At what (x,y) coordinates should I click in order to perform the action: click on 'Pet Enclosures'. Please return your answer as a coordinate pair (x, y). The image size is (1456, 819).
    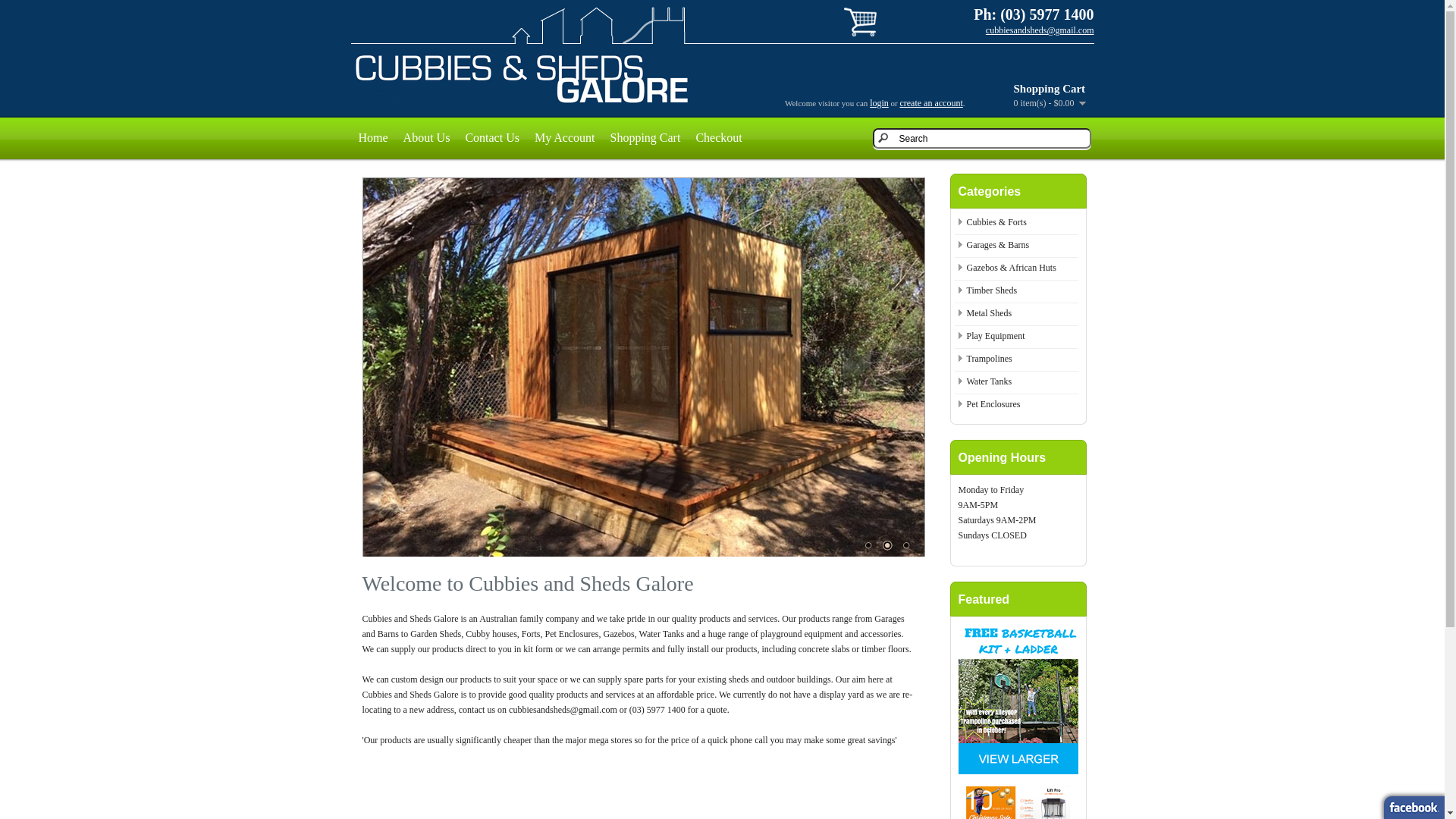
    Looking at the image, I should click on (965, 403).